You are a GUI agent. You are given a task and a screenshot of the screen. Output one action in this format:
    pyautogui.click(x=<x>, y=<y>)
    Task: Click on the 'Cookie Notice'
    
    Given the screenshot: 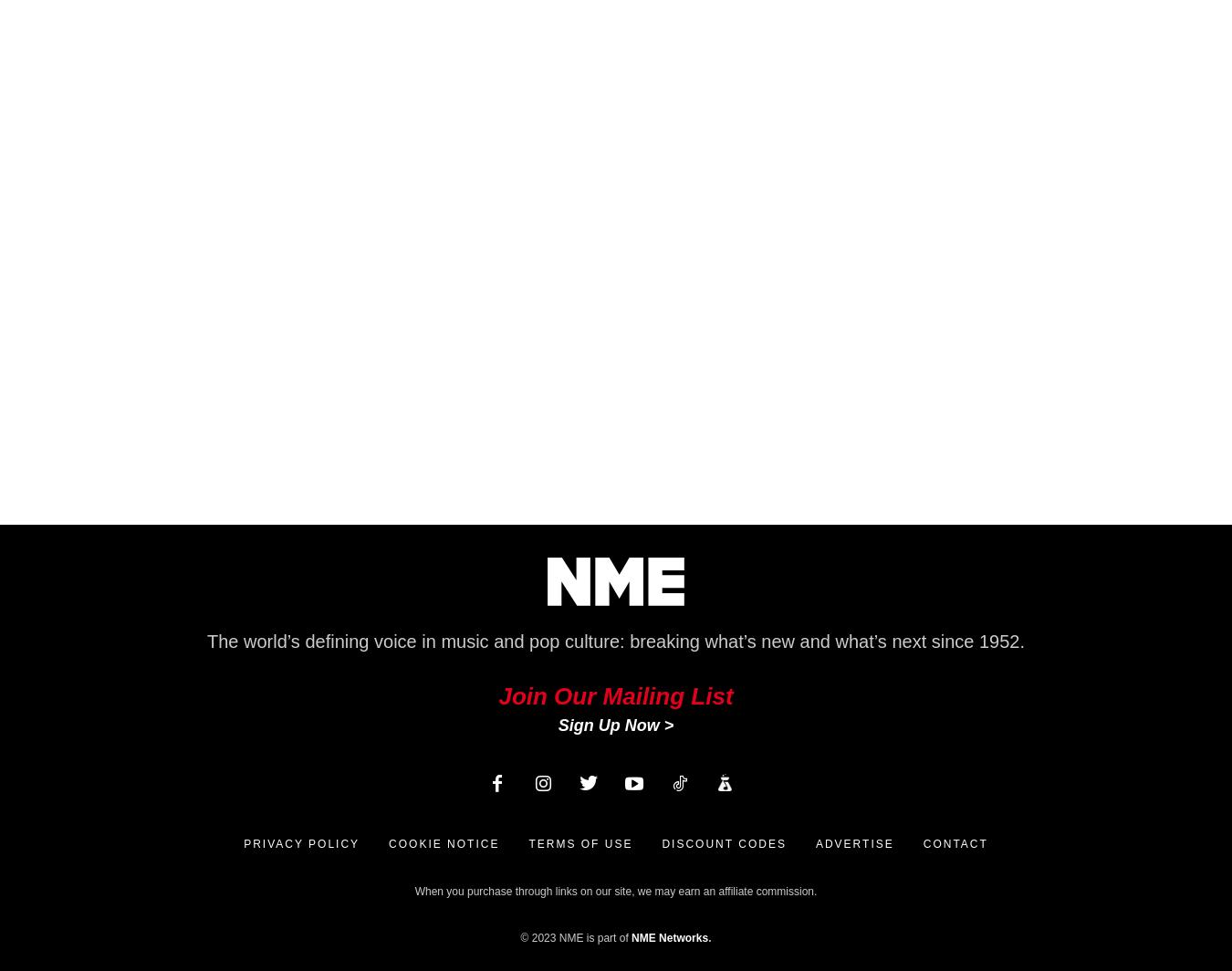 What is the action you would take?
    pyautogui.click(x=443, y=844)
    